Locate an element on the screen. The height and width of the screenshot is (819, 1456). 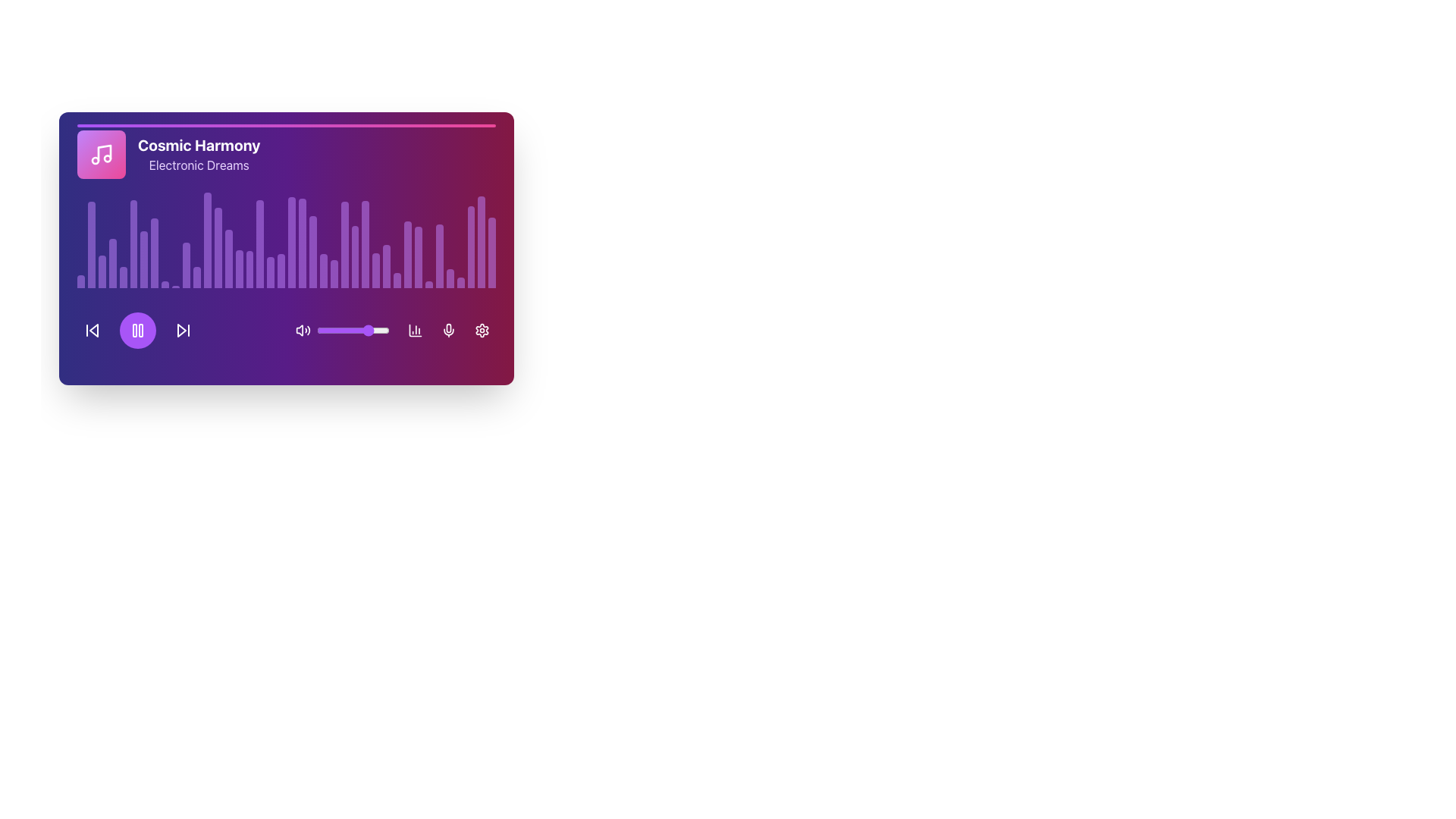
the left-facing triangle 'previous' button, which is white and located within a purple circular button, to go to the previous track is located at coordinates (91, 329).